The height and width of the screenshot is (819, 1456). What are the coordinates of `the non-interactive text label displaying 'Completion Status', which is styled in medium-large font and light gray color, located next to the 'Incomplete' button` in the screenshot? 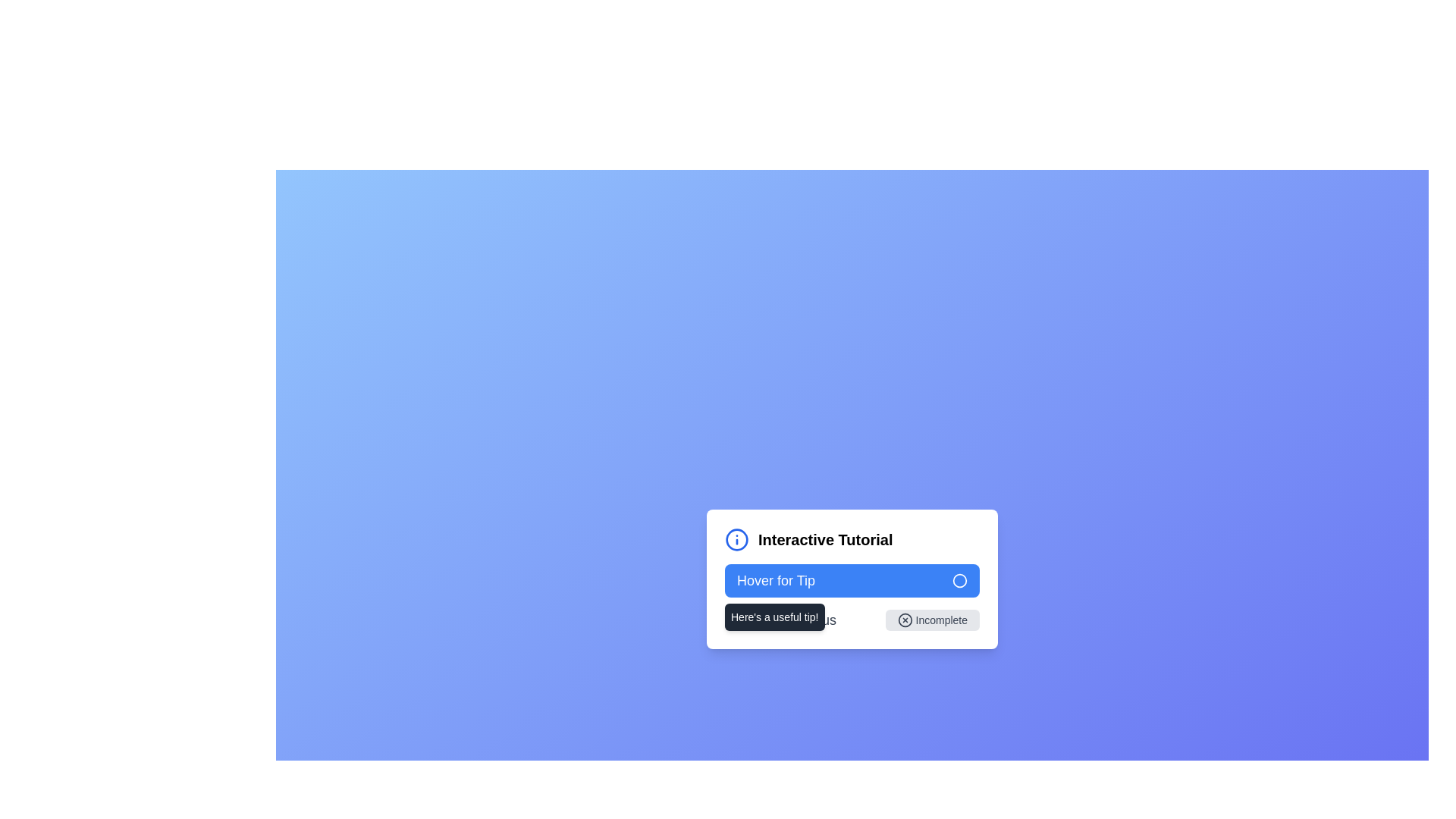 It's located at (780, 620).